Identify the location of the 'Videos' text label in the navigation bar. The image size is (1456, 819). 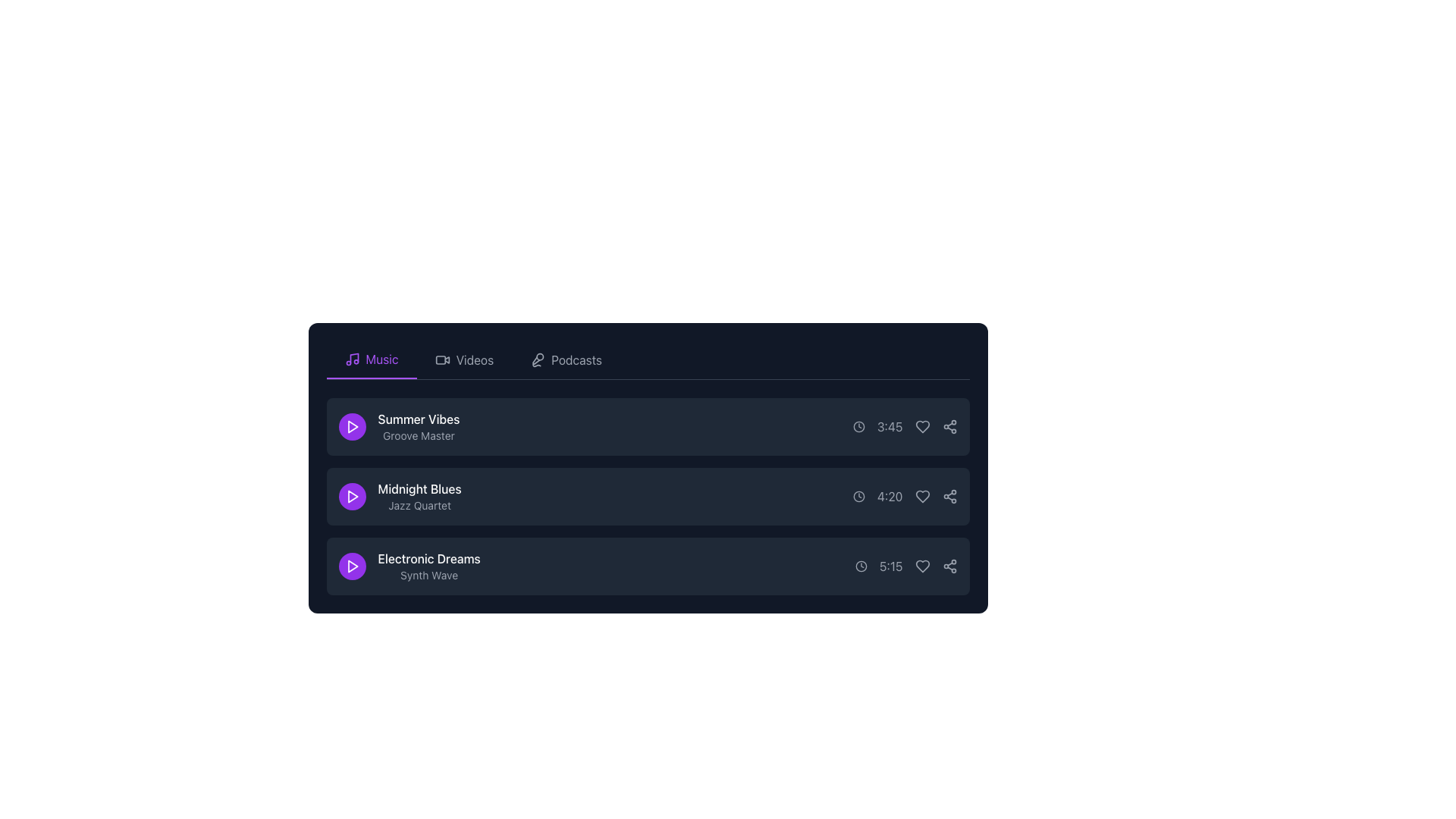
(474, 359).